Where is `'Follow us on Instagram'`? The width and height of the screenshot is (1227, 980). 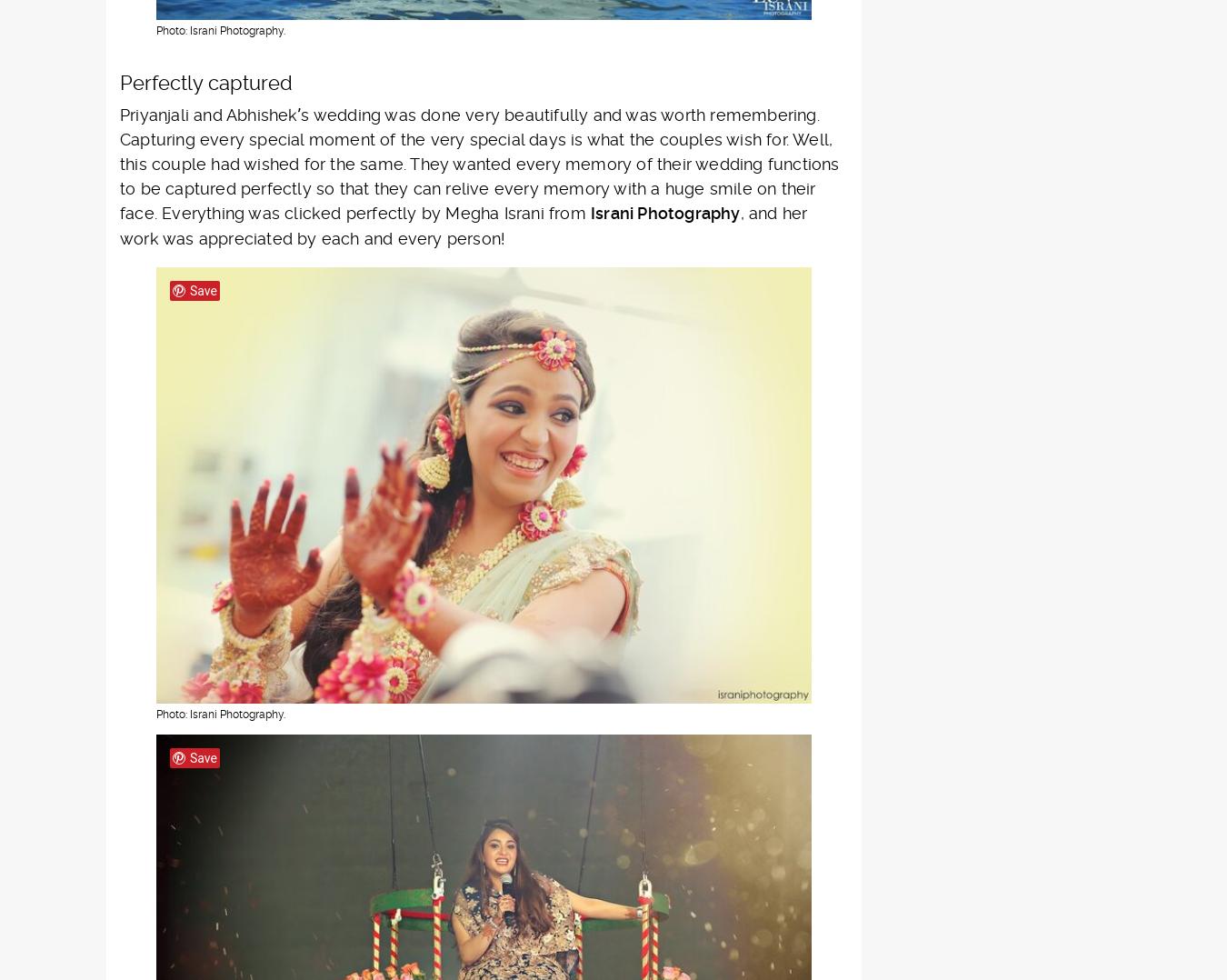 'Follow us on Instagram' is located at coordinates (622, 573).